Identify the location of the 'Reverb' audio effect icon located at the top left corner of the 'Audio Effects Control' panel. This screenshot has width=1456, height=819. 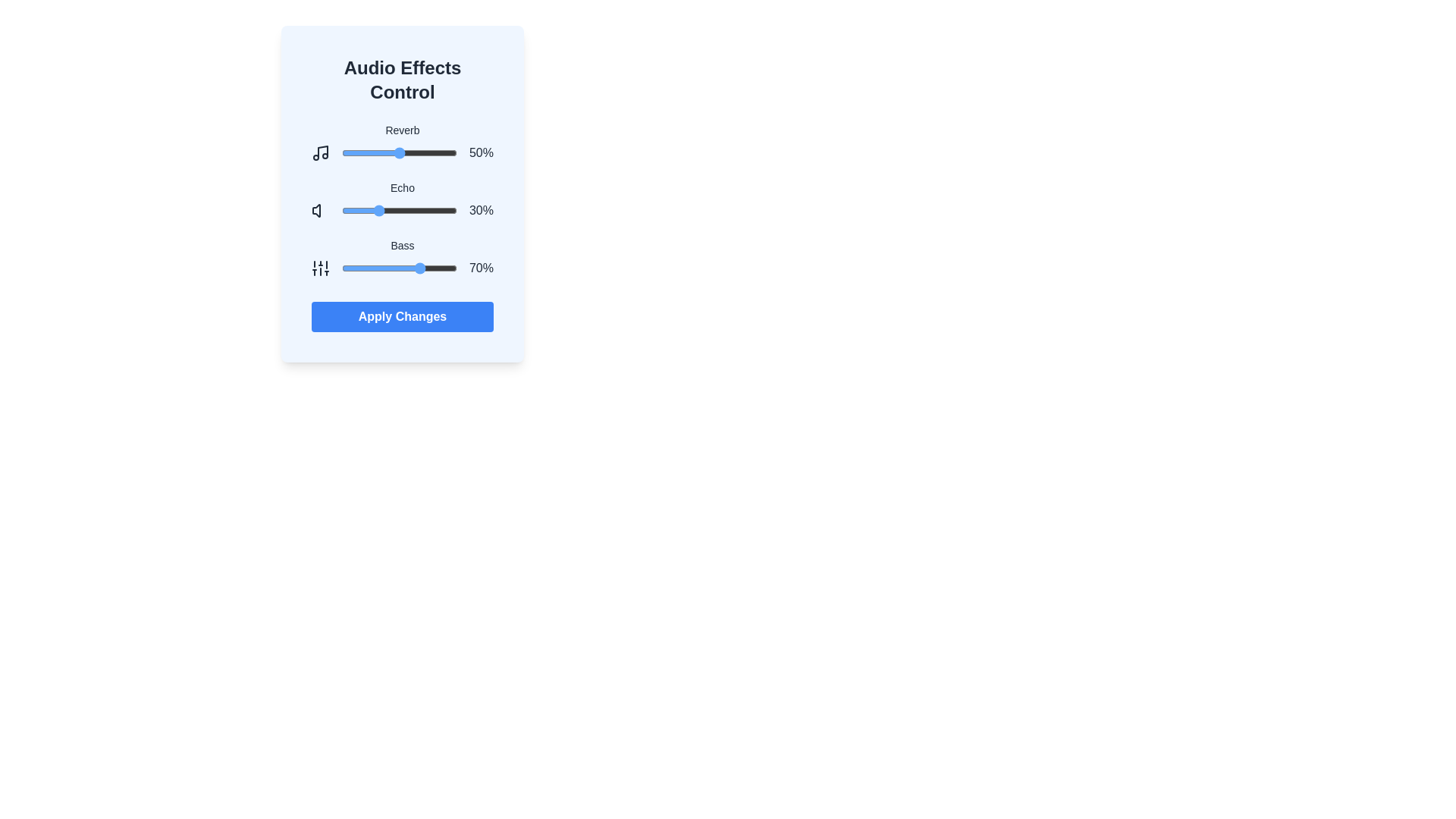
(319, 152).